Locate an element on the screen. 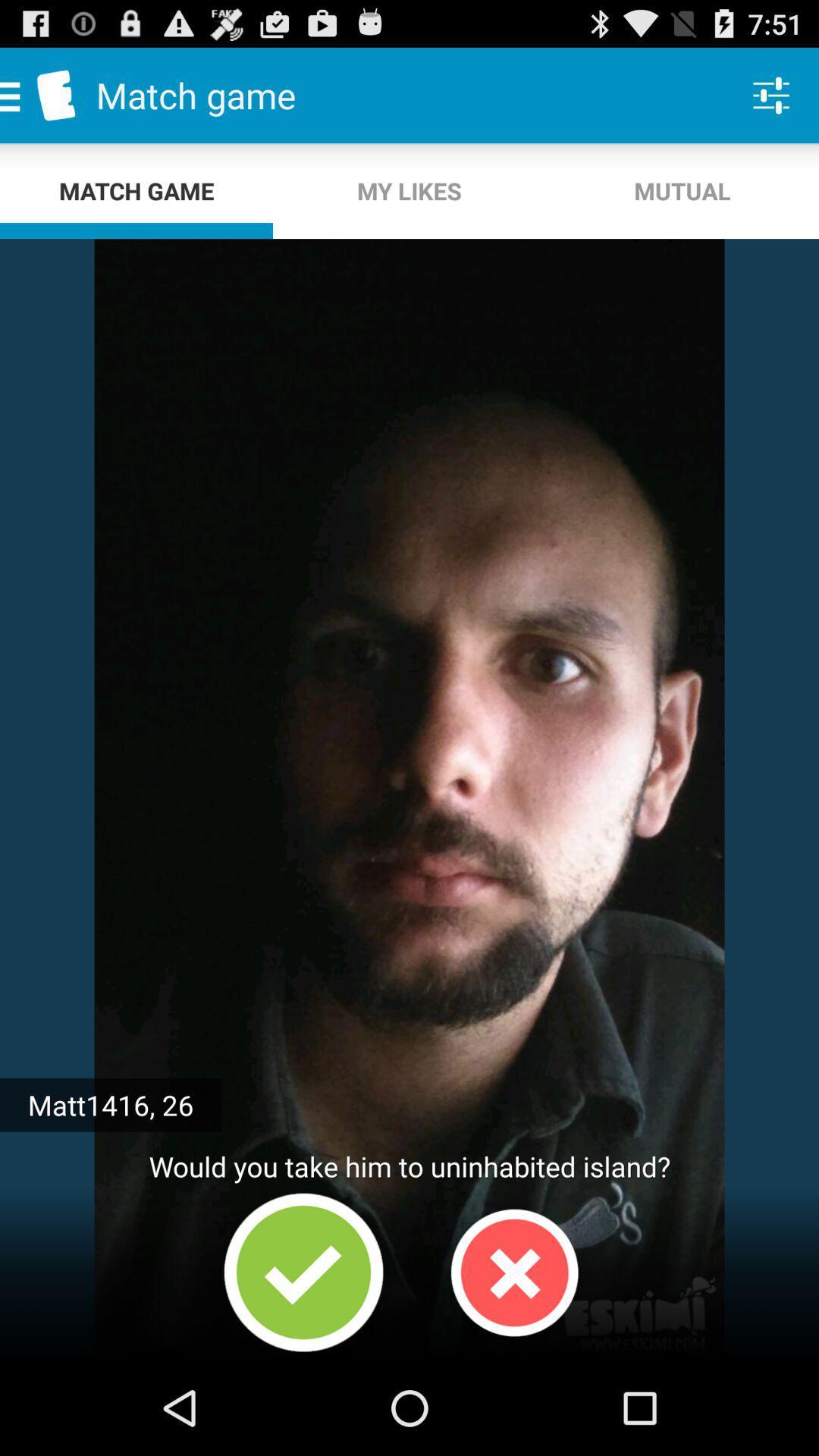 The height and width of the screenshot is (1456, 819). the icon next to my likes item is located at coordinates (771, 94).